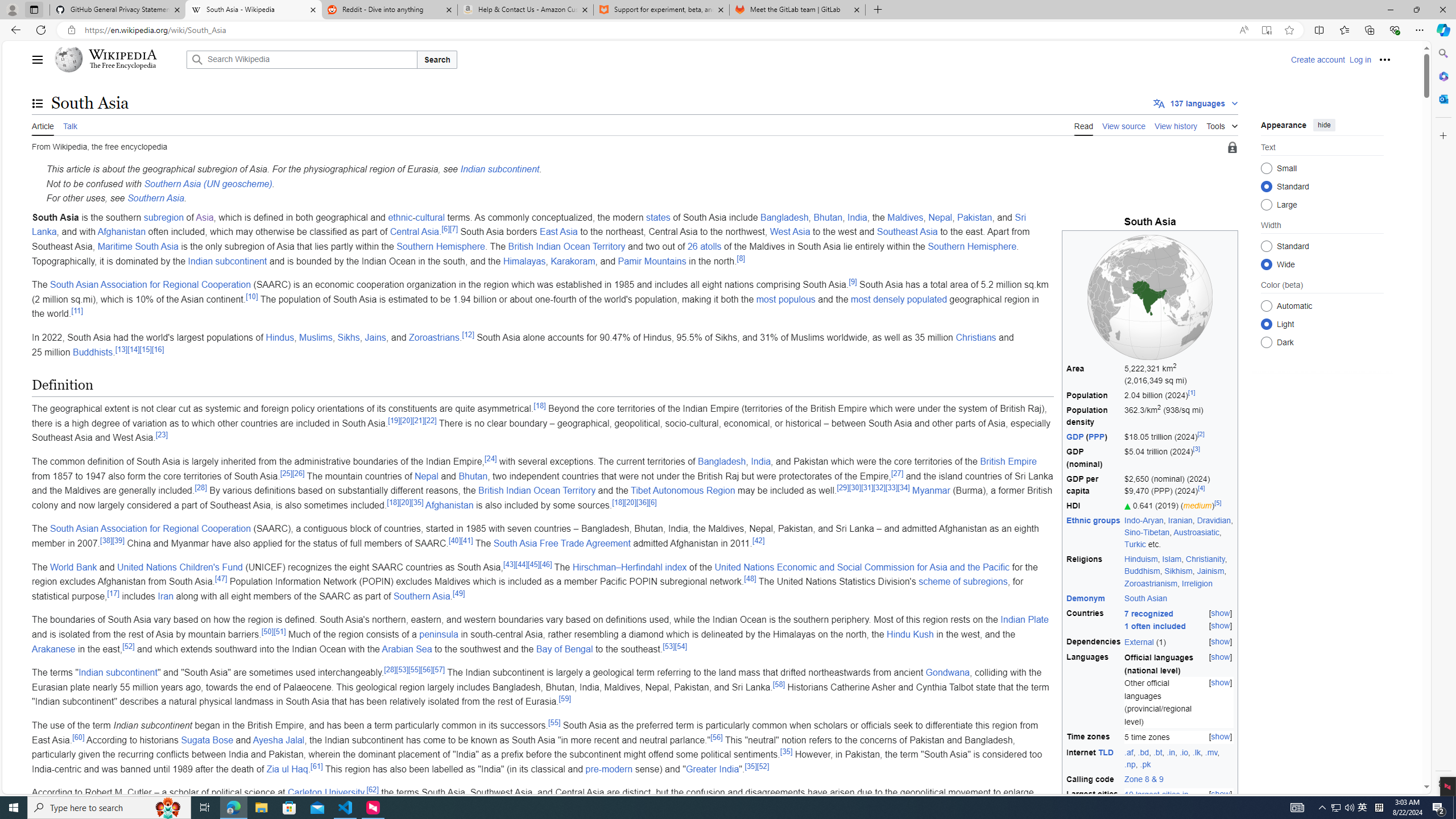  What do you see at coordinates (279, 630) in the screenshot?
I see `'[51]'` at bounding box center [279, 630].